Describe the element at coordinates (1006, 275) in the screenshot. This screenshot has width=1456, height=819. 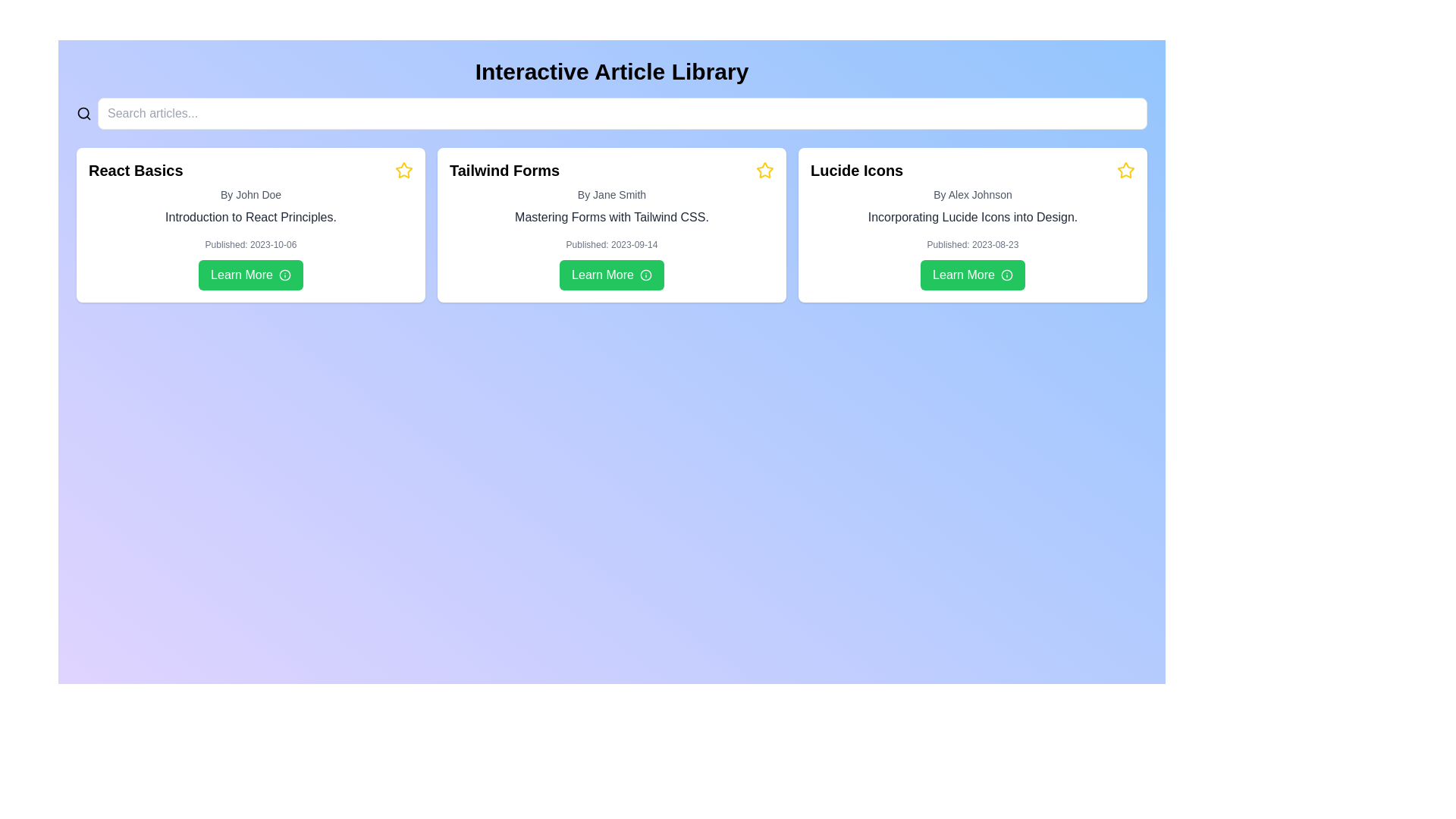
I see `circular graphic element of the SVG icon located within the 'Learn More' button in the 'Lucide Icons' card` at that location.